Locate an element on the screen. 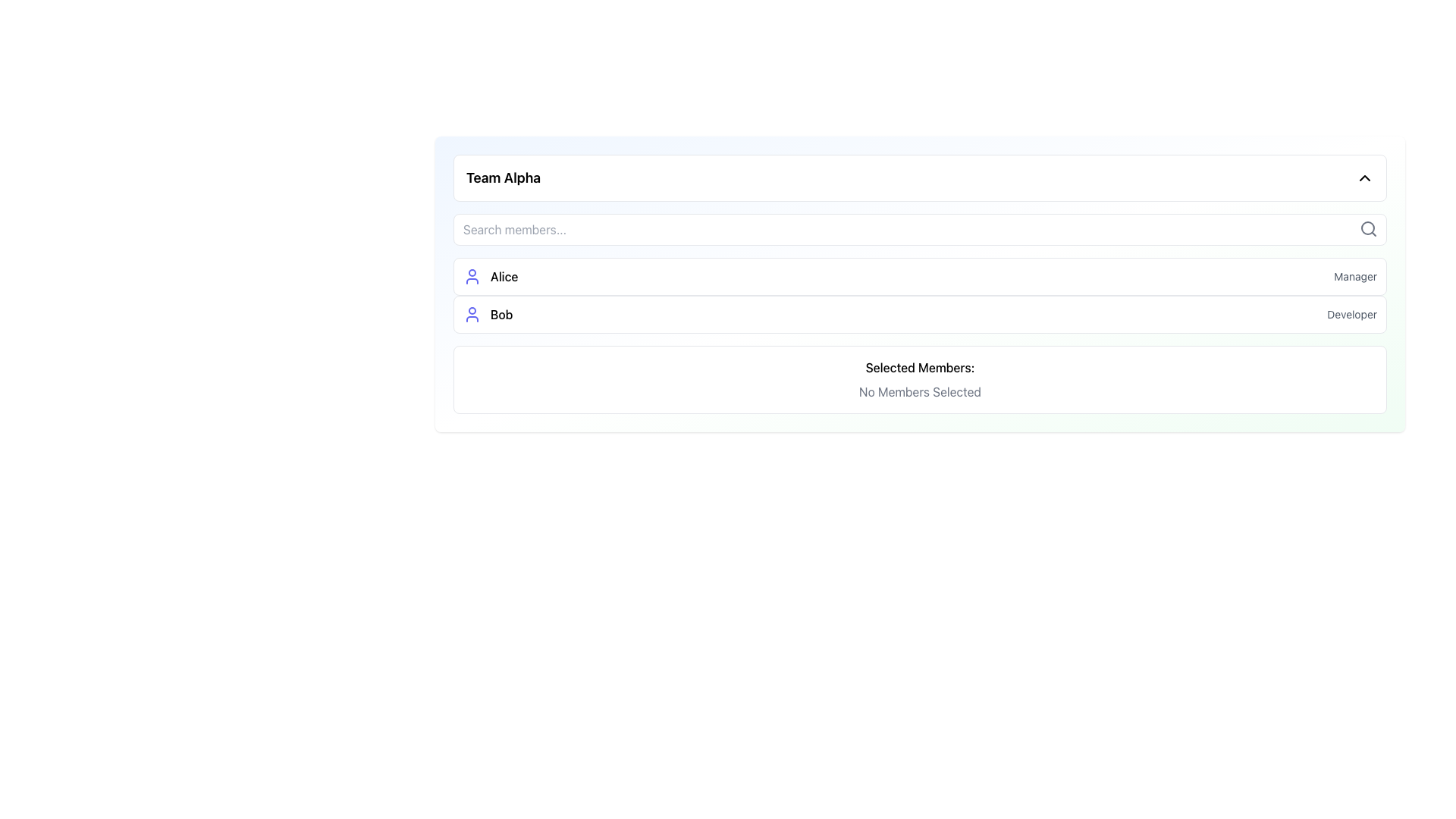 Image resolution: width=1456 pixels, height=819 pixels. the text label displaying 'No Members Selected' which is styled in gray color and located below the label 'Selected Members:' is located at coordinates (919, 391).